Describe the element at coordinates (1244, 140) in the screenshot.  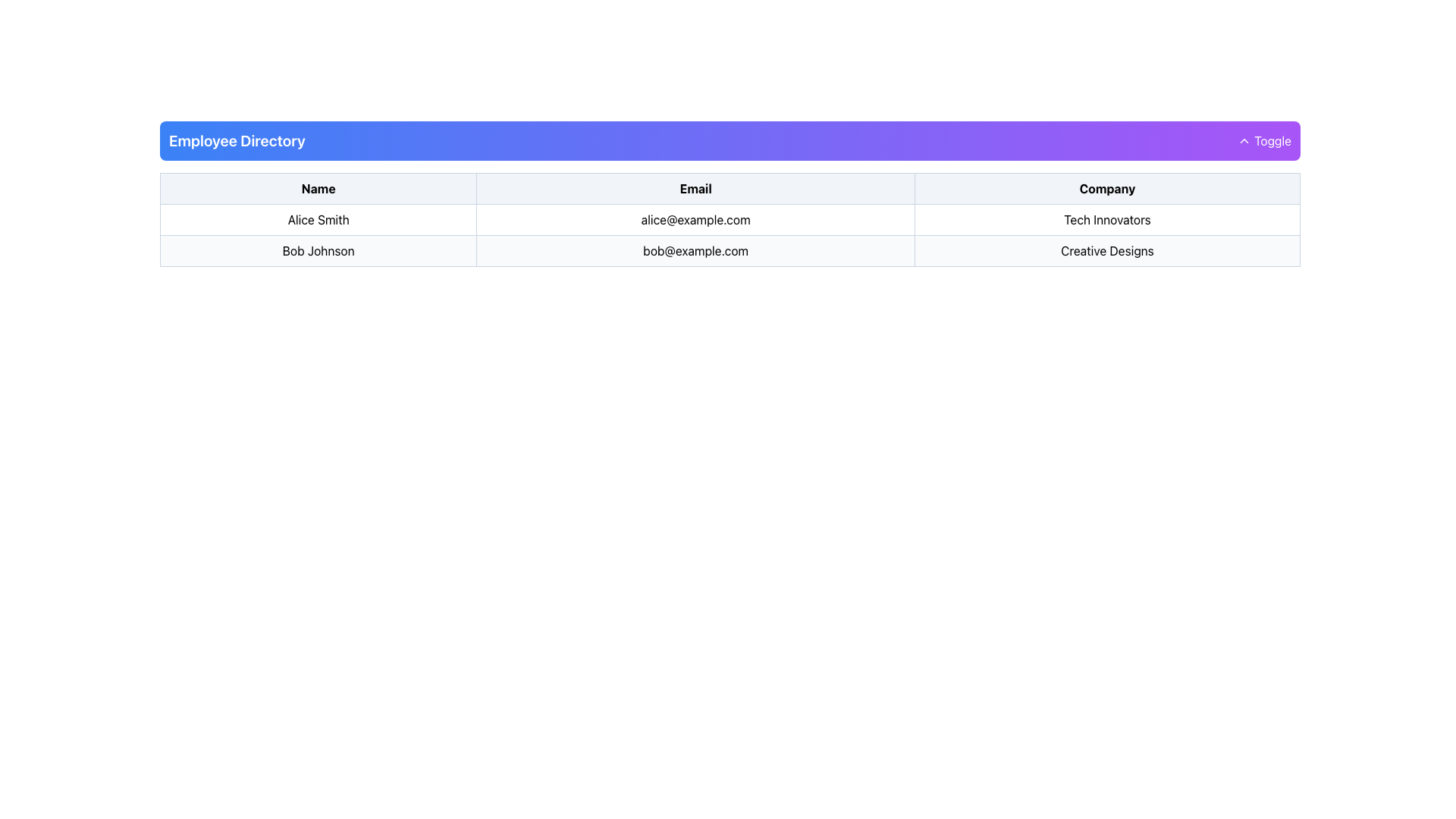
I see `the toggle icon located to the left of the 'Toggle' text in the top-right section of the purple header bar` at that location.